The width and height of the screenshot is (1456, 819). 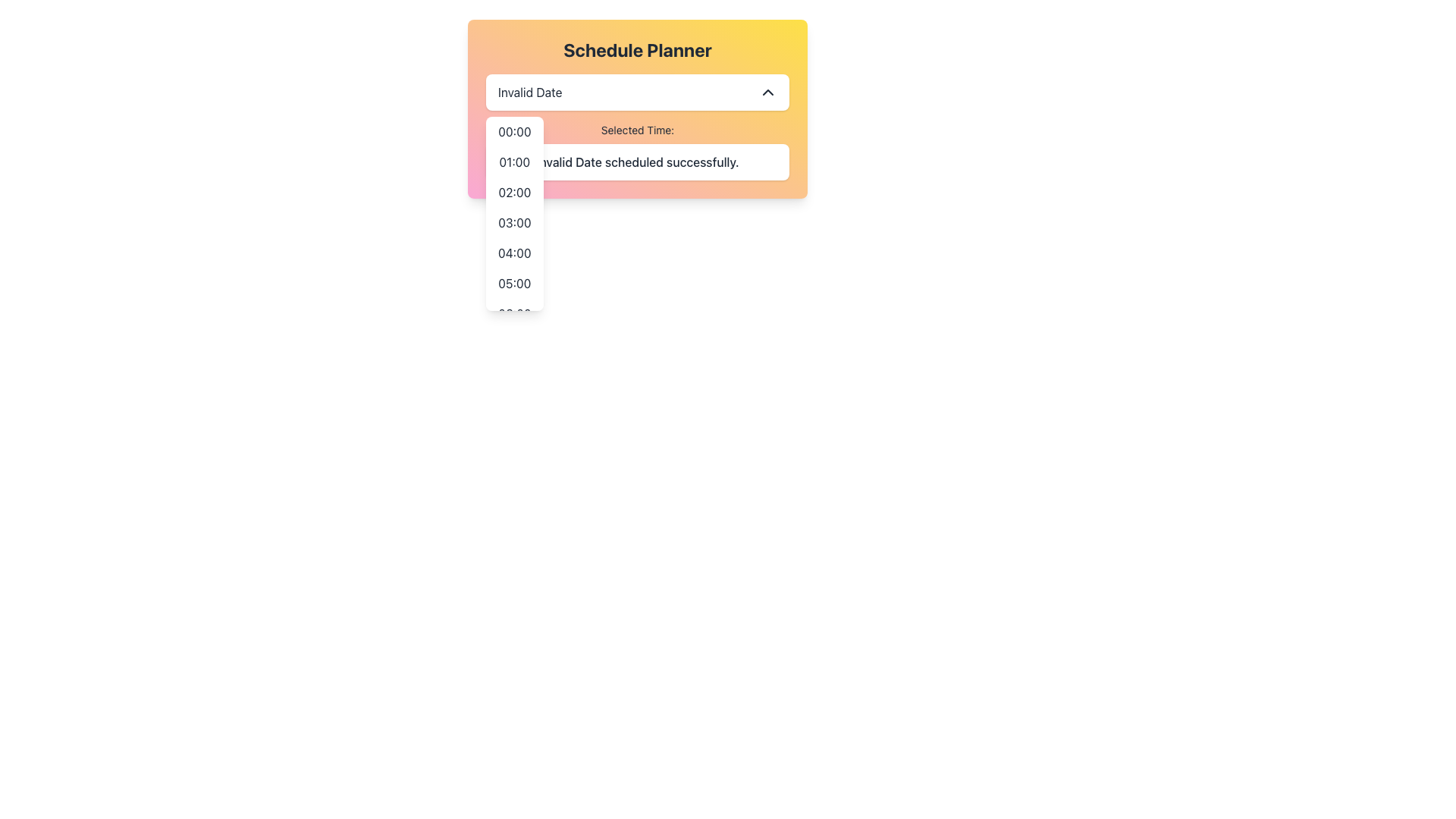 I want to click on the fourth item in the dropdown menu labeled '03:00', which is styled with a white background and rounded corners, so click(x=514, y=213).